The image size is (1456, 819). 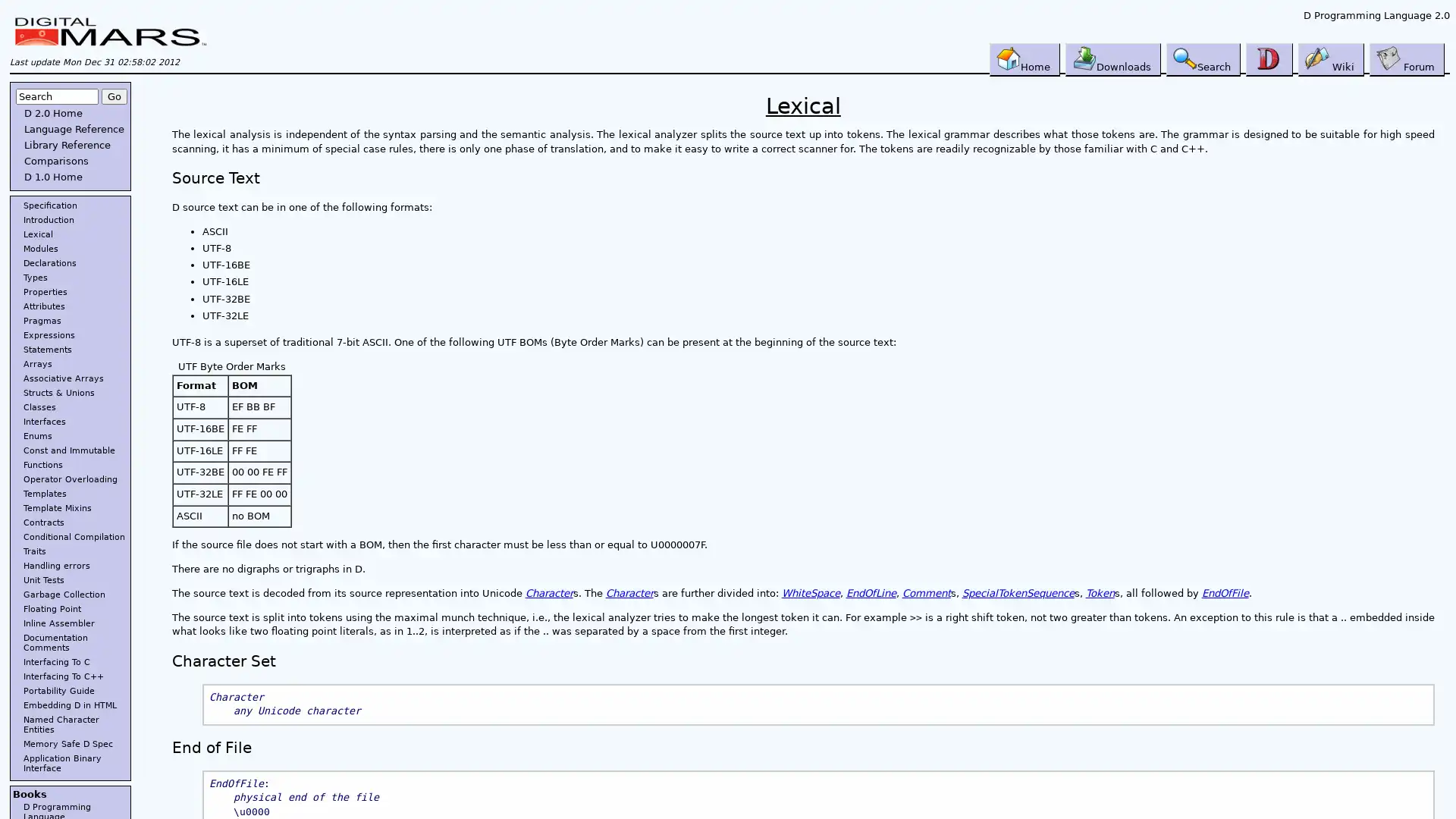 What do you see at coordinates (113, 96) in the screenshot?
I see `Go` at bounding box center [113, 96].